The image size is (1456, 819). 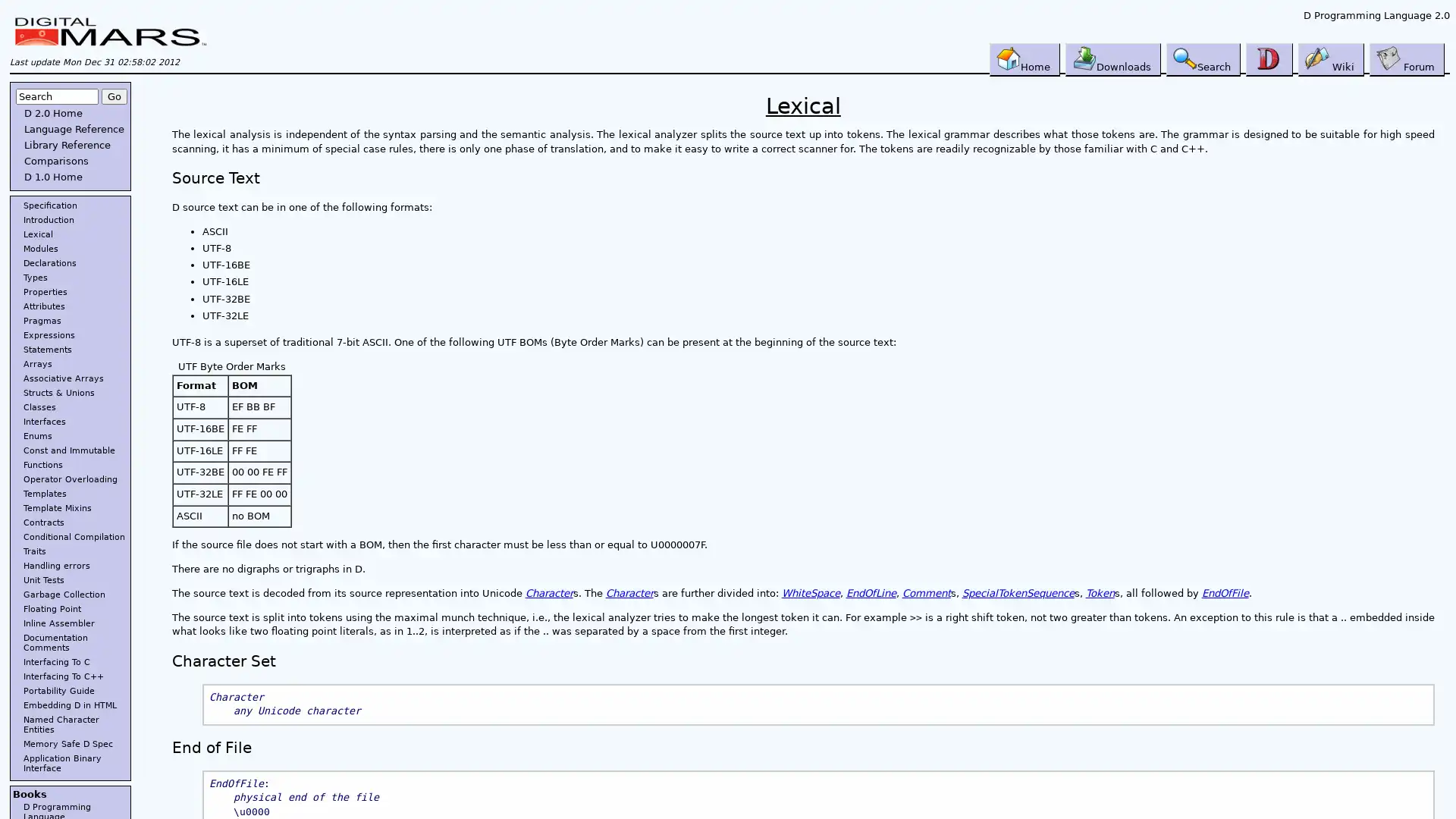 What do you see at coordinates (113, 96) in the screenshot?
I see `Go` at bounding box center [113, 96].